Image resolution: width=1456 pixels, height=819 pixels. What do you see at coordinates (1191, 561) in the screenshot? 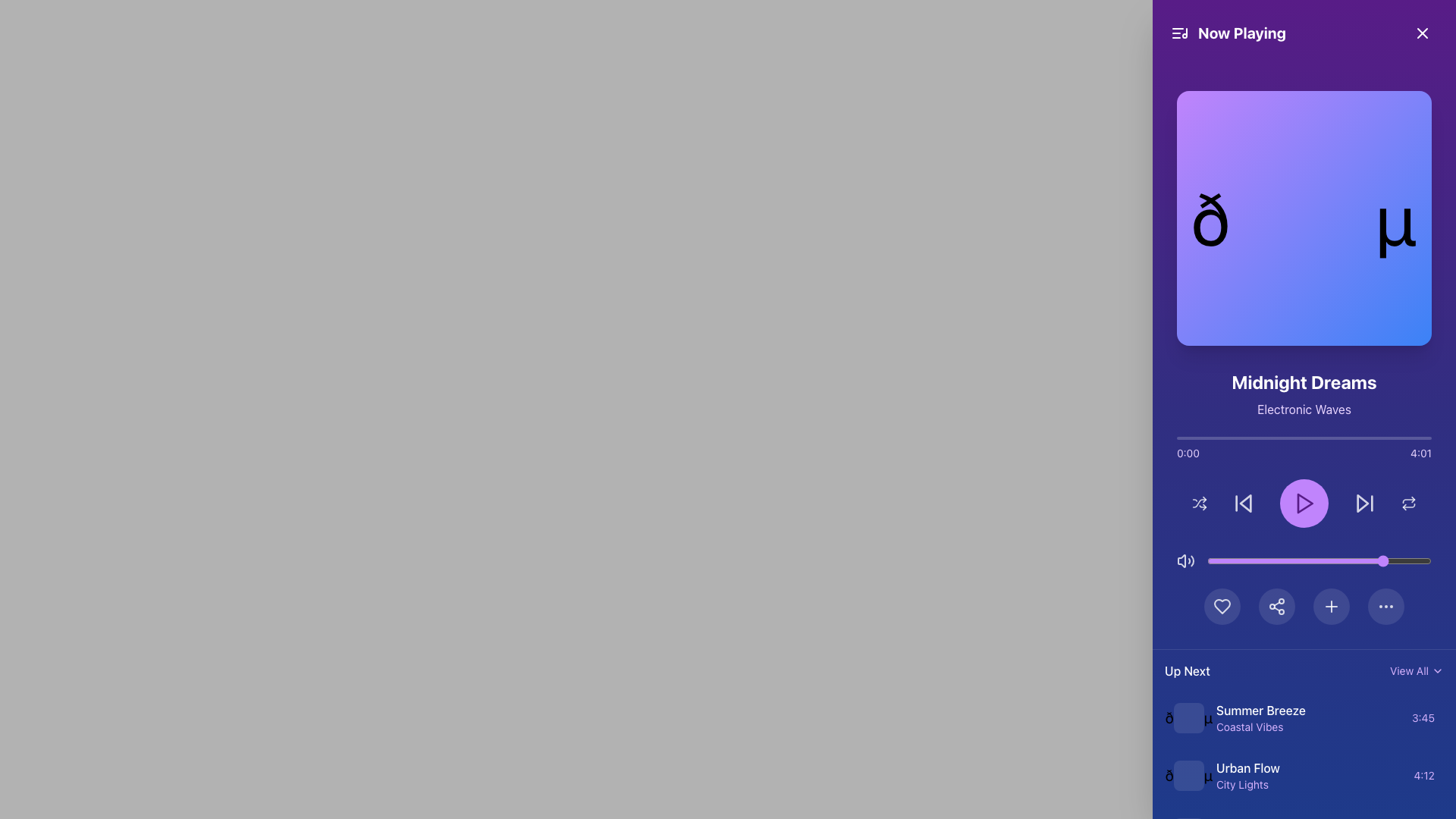
I see `the decorative SVG arc within the volume control icon, located at the top-right corner of the volume control feature` at bounding box center [1191, 561].